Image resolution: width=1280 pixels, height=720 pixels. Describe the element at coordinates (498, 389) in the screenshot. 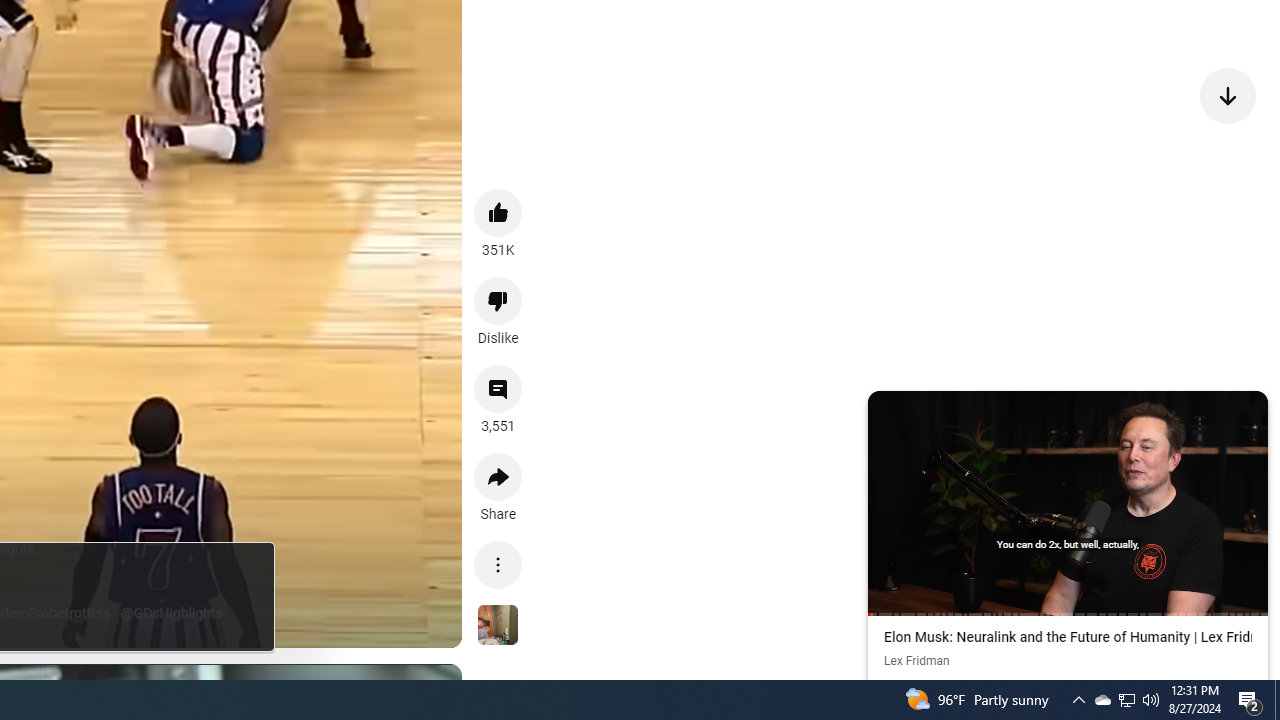

I see `'View 3,551 comments'` at that location.